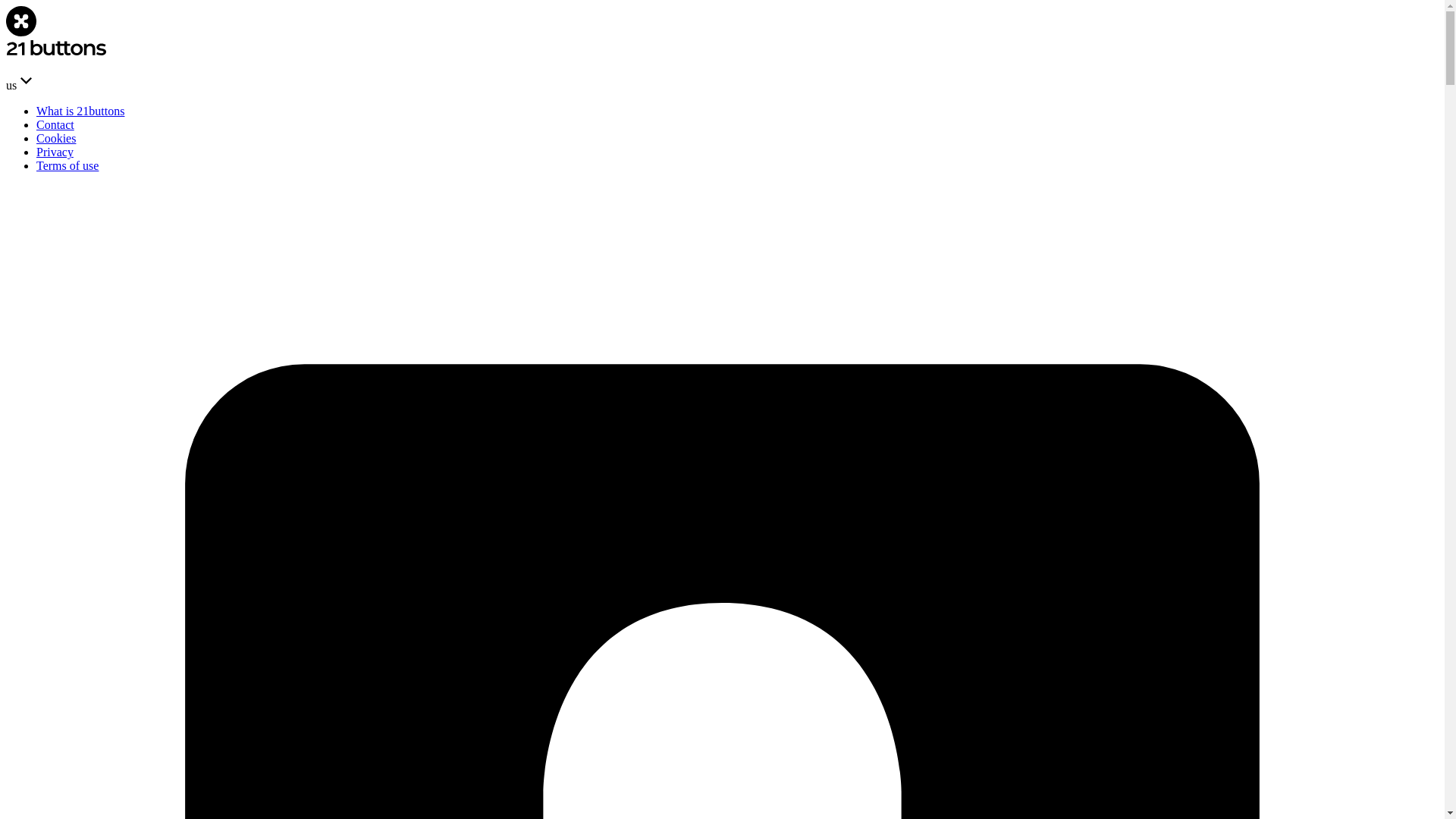 This screenshot has height=819, width=1456. I want to click on 'What is 21buttons', so click(79, 110).